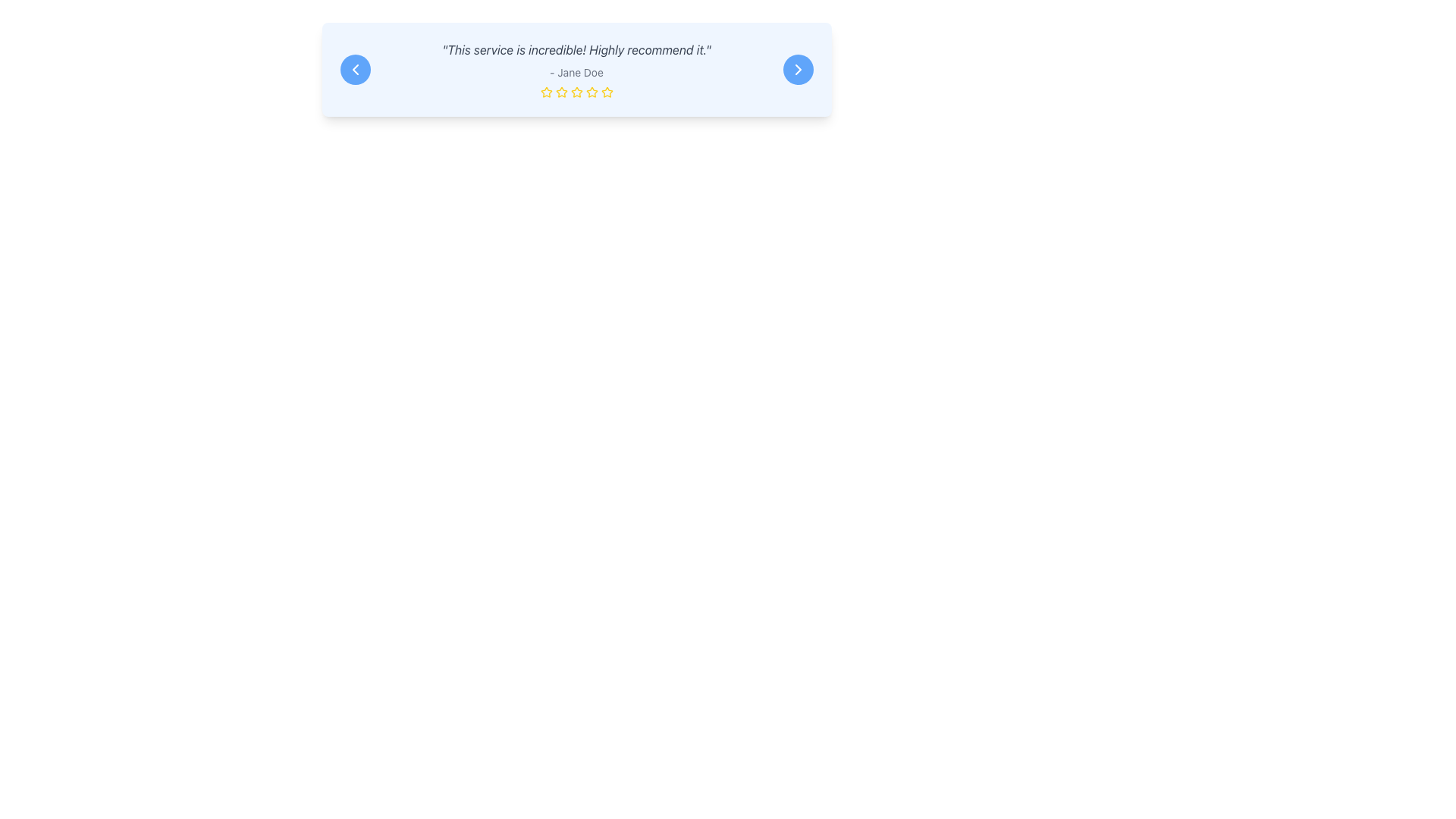 Image resolution: width=1456 pixels, height=819 pixels. I want to click on the second star icon in the horizontal row of five star icons, so click(575, 91).